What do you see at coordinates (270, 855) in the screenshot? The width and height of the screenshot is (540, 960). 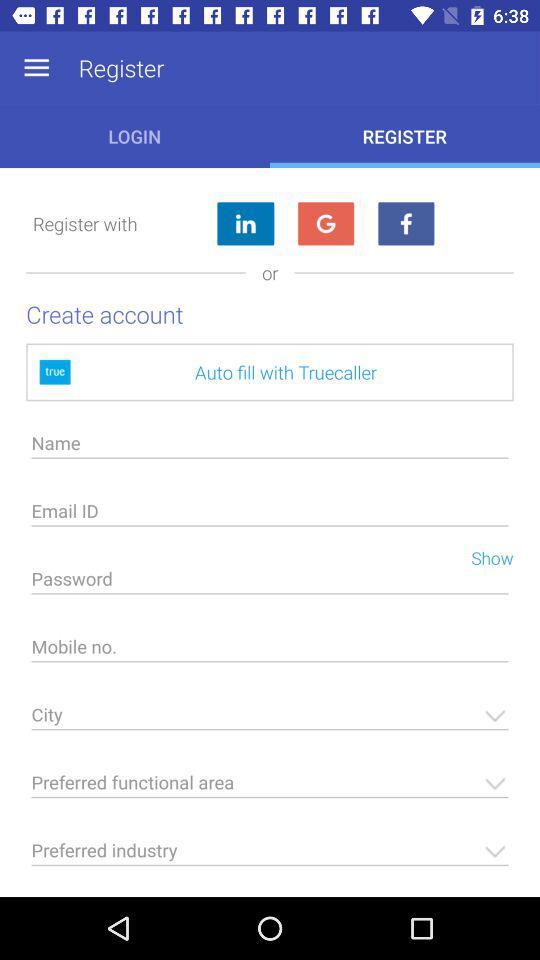 I see `preferred industry` at bounding box center [270, 855].